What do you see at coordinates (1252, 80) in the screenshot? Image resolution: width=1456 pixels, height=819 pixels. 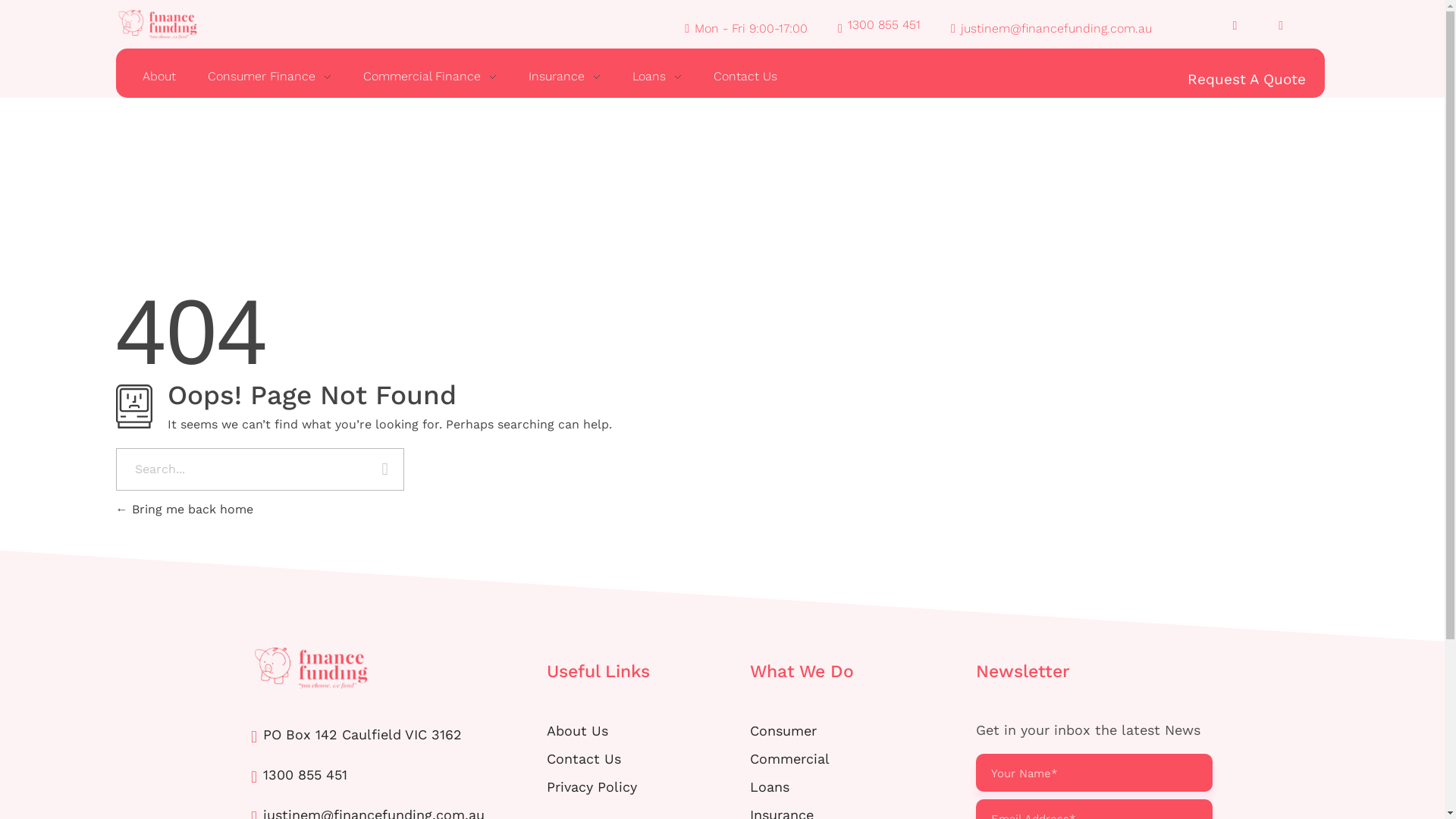 I see `'Request A Quote'` at bounding box center [1252, 80].